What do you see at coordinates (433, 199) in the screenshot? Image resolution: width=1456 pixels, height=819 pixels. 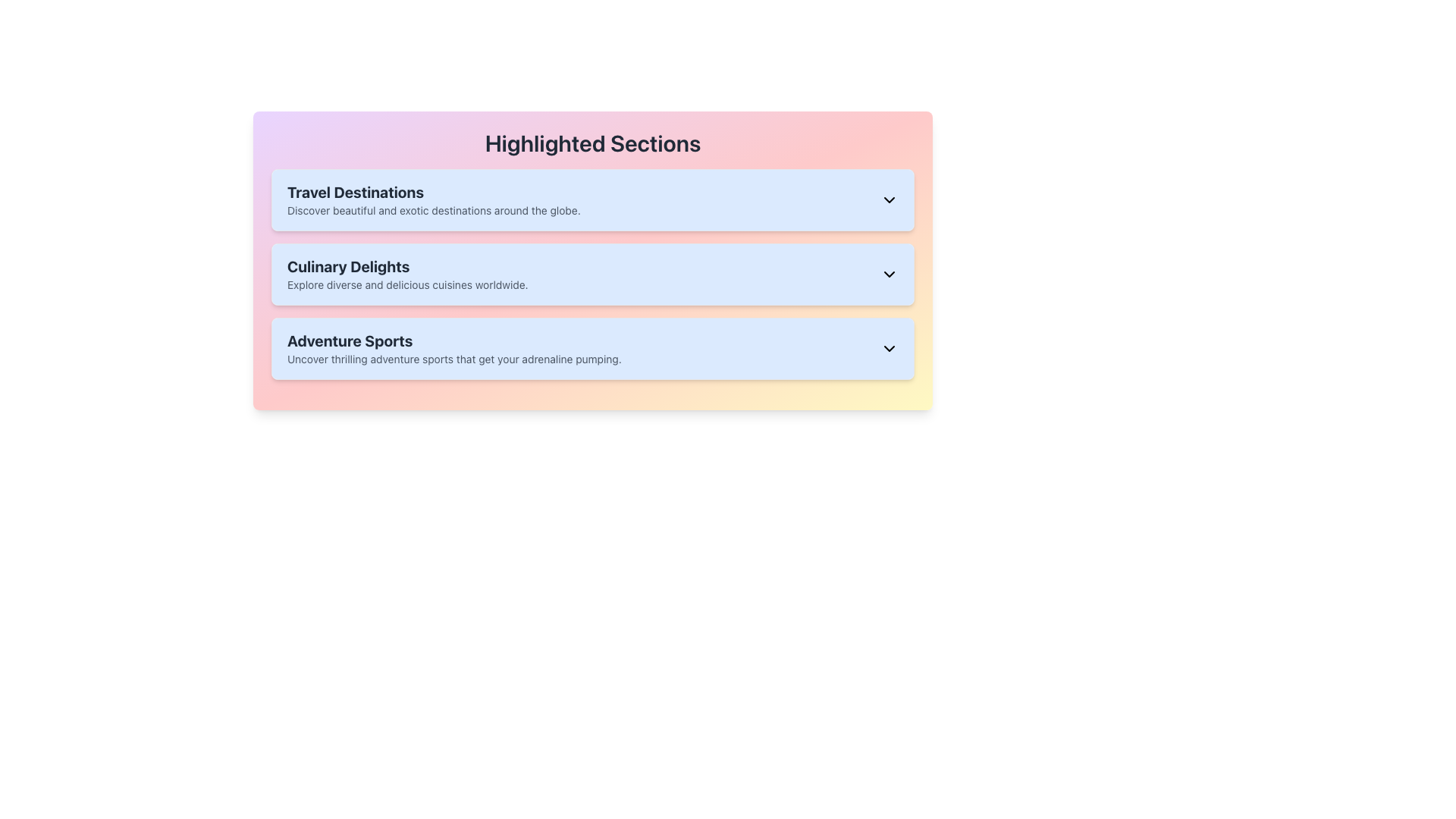 I see `the 'Travel Destinations' textual information section, which features bold text in a light blue background and is positioned at the top of the list before 'Culinary Delights' and 'Adventure Sports'` at bounding box center [433, 199].